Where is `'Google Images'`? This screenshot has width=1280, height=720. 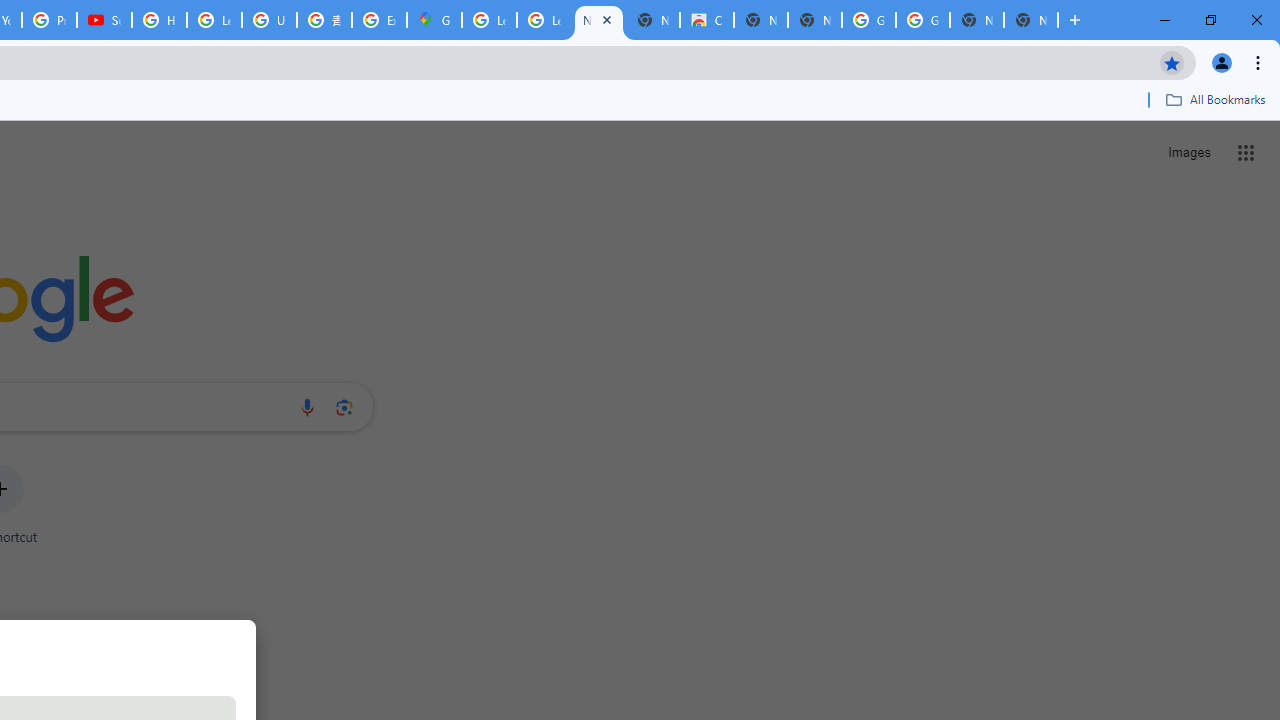
'Google Images' is located at coordinates (921, 20).